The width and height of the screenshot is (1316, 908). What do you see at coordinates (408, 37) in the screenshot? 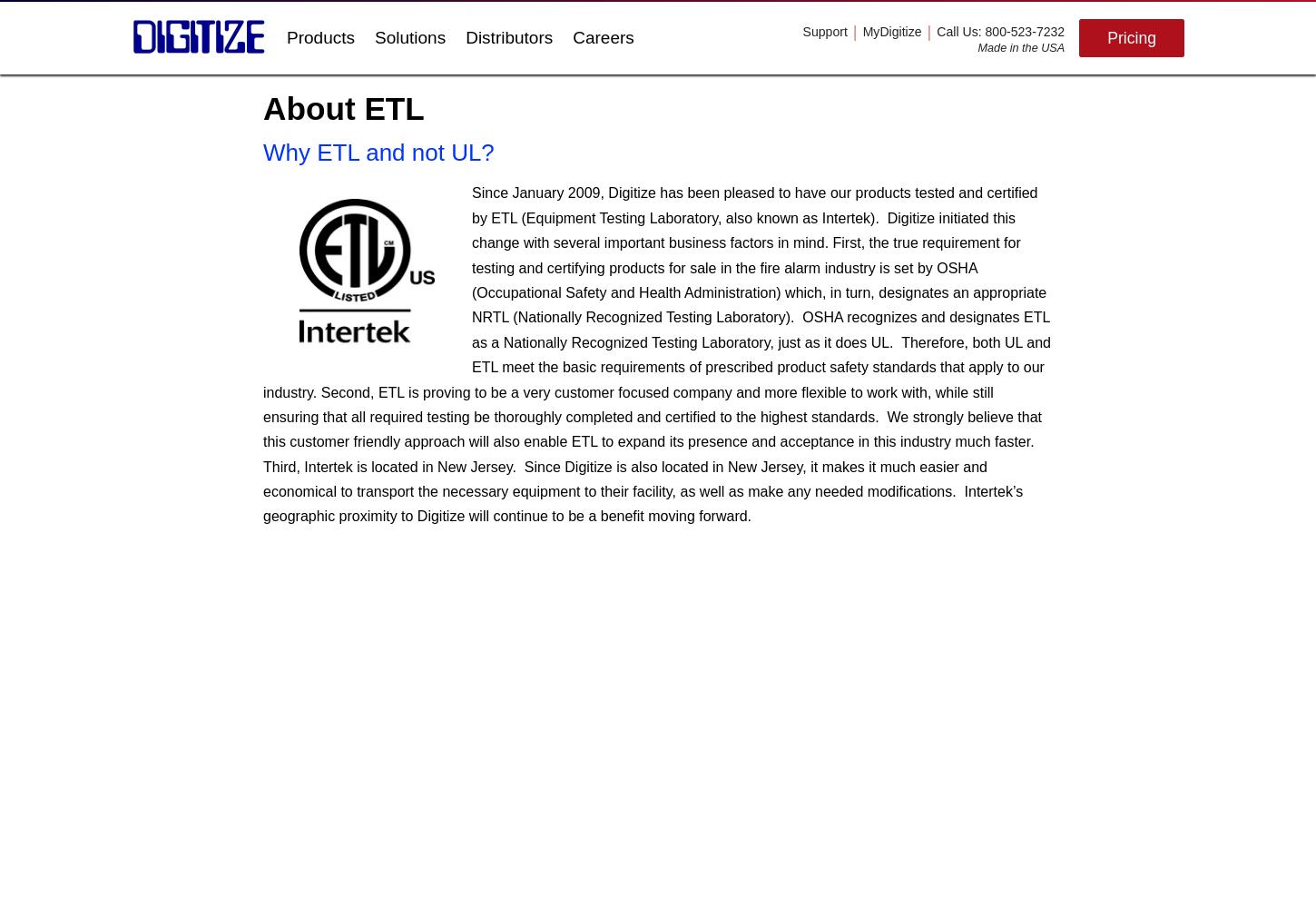
I see `'Solutions'` at bounding box center [408, 37].